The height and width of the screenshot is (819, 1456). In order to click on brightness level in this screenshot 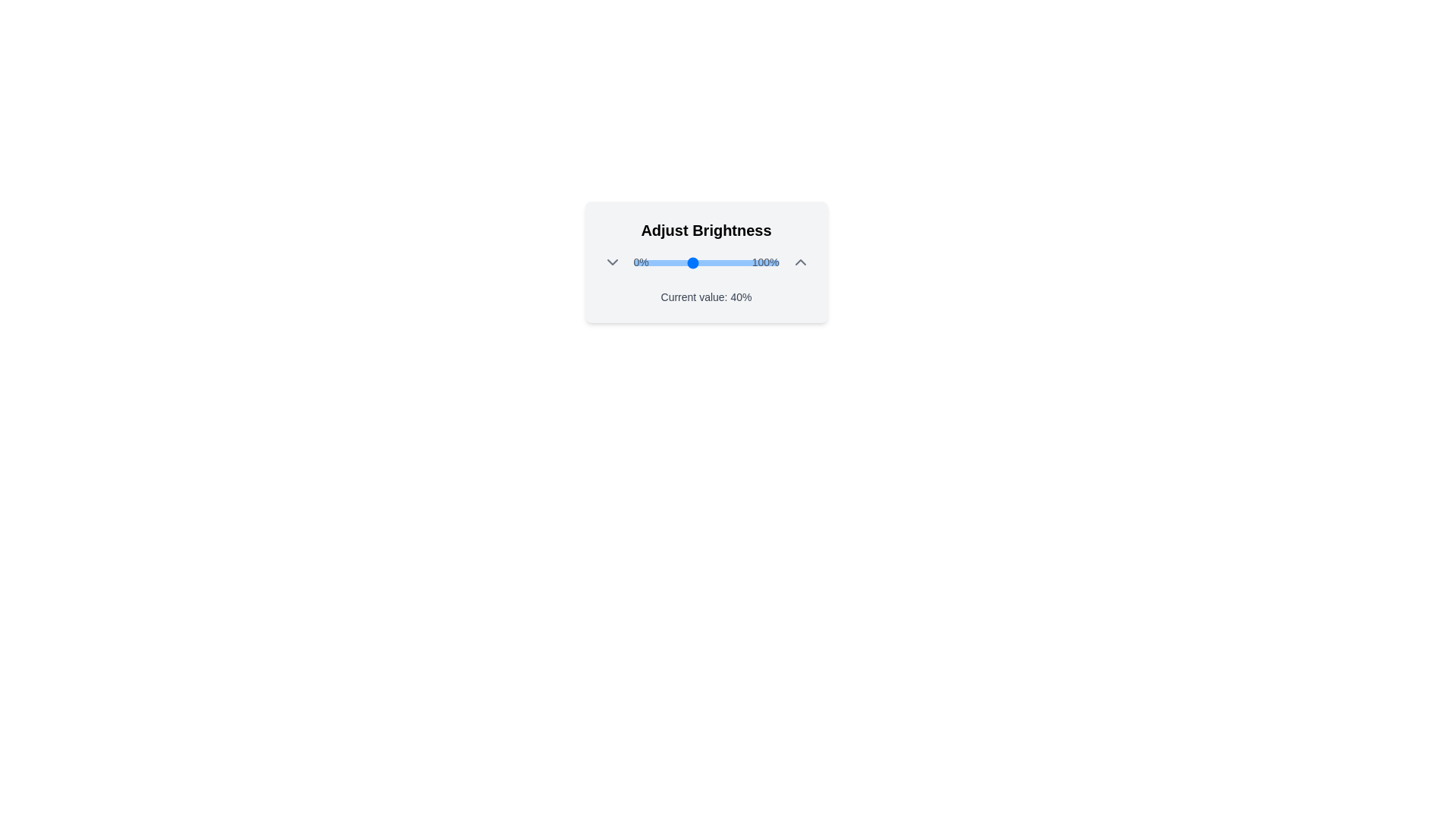, I will do `click(645, 262)`.